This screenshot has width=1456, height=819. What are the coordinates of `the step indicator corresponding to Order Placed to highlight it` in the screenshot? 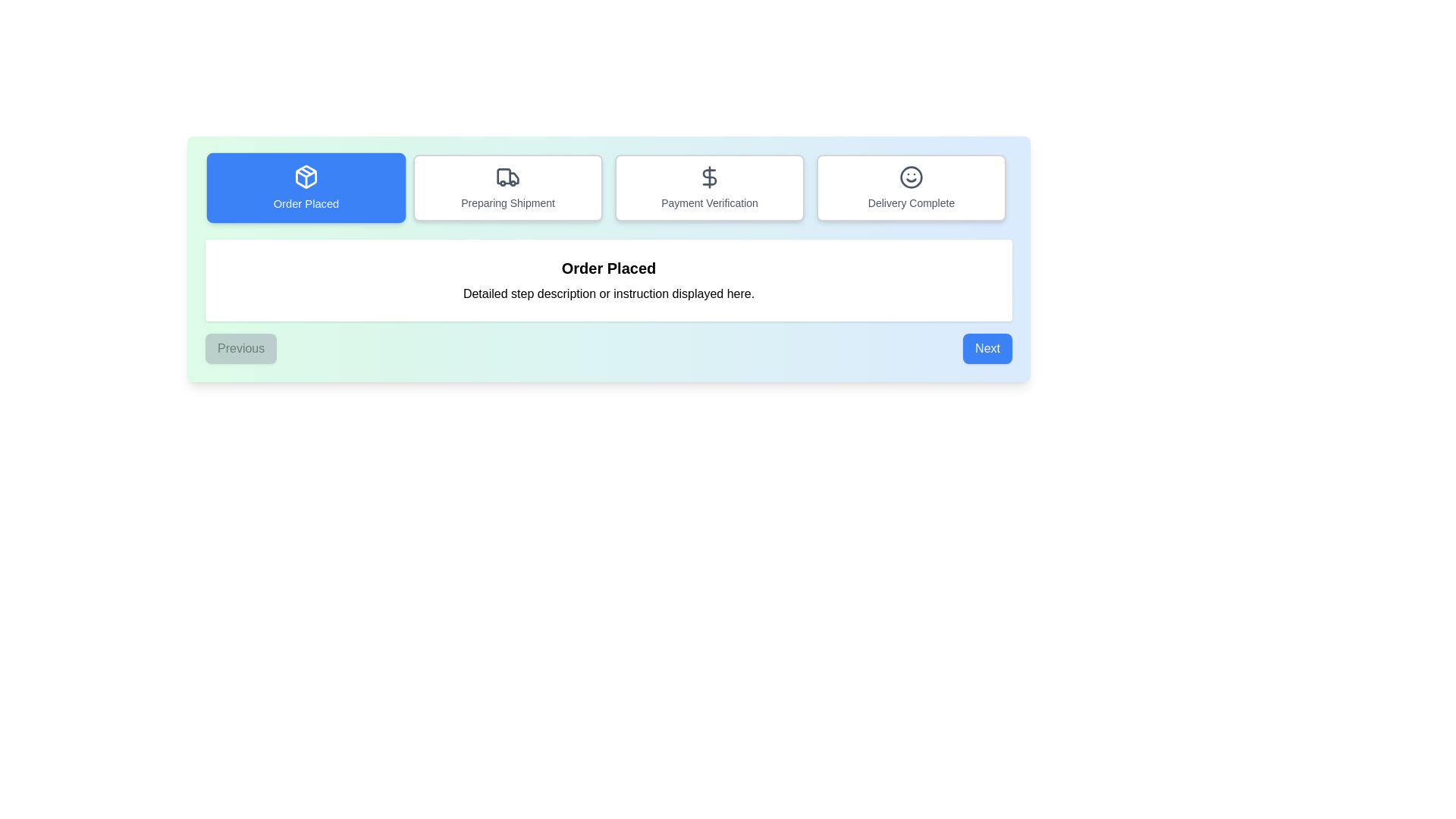 It's located at (305, 187).